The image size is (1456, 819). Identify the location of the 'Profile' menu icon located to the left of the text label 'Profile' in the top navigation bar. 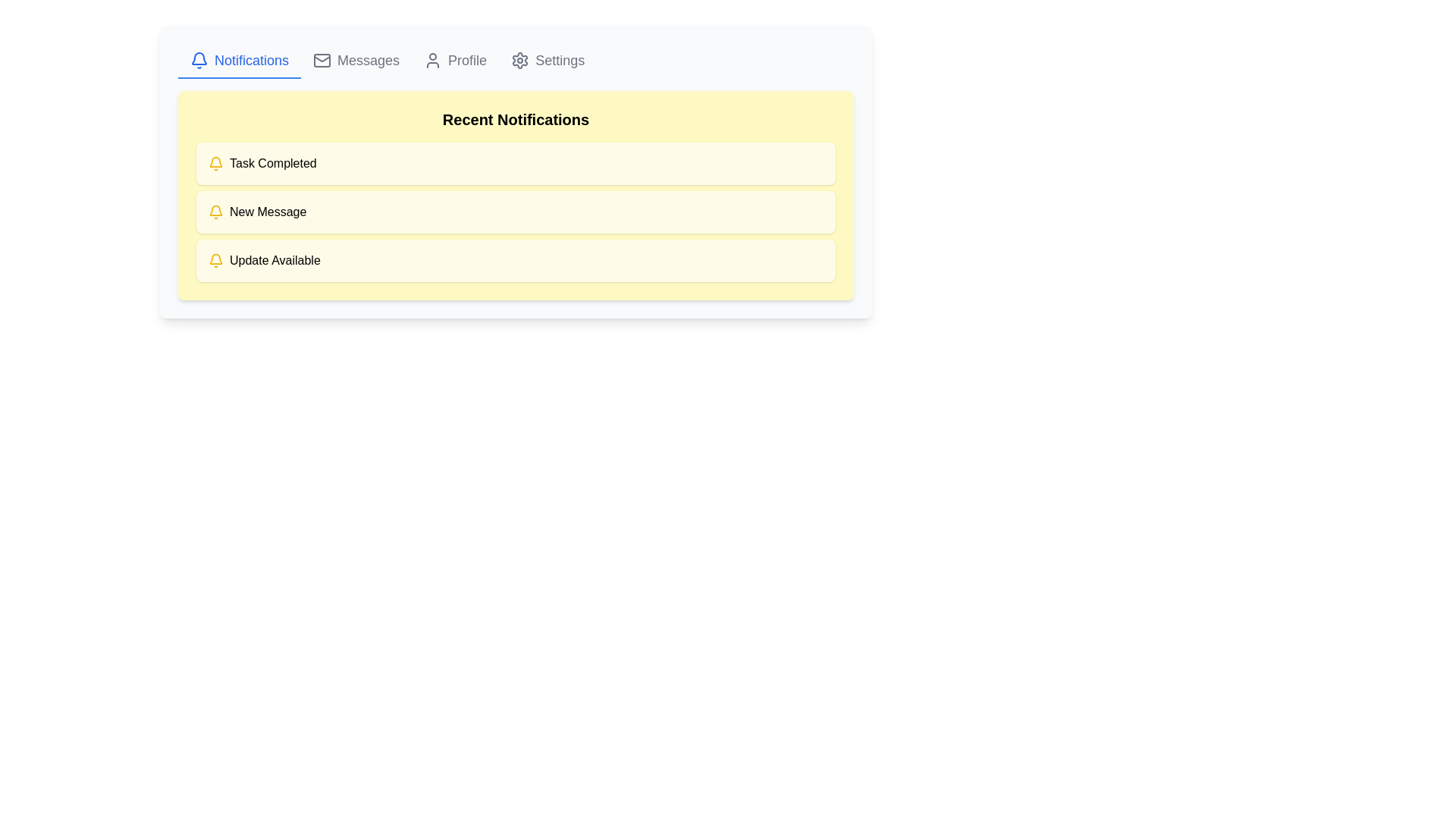
(432, 60).